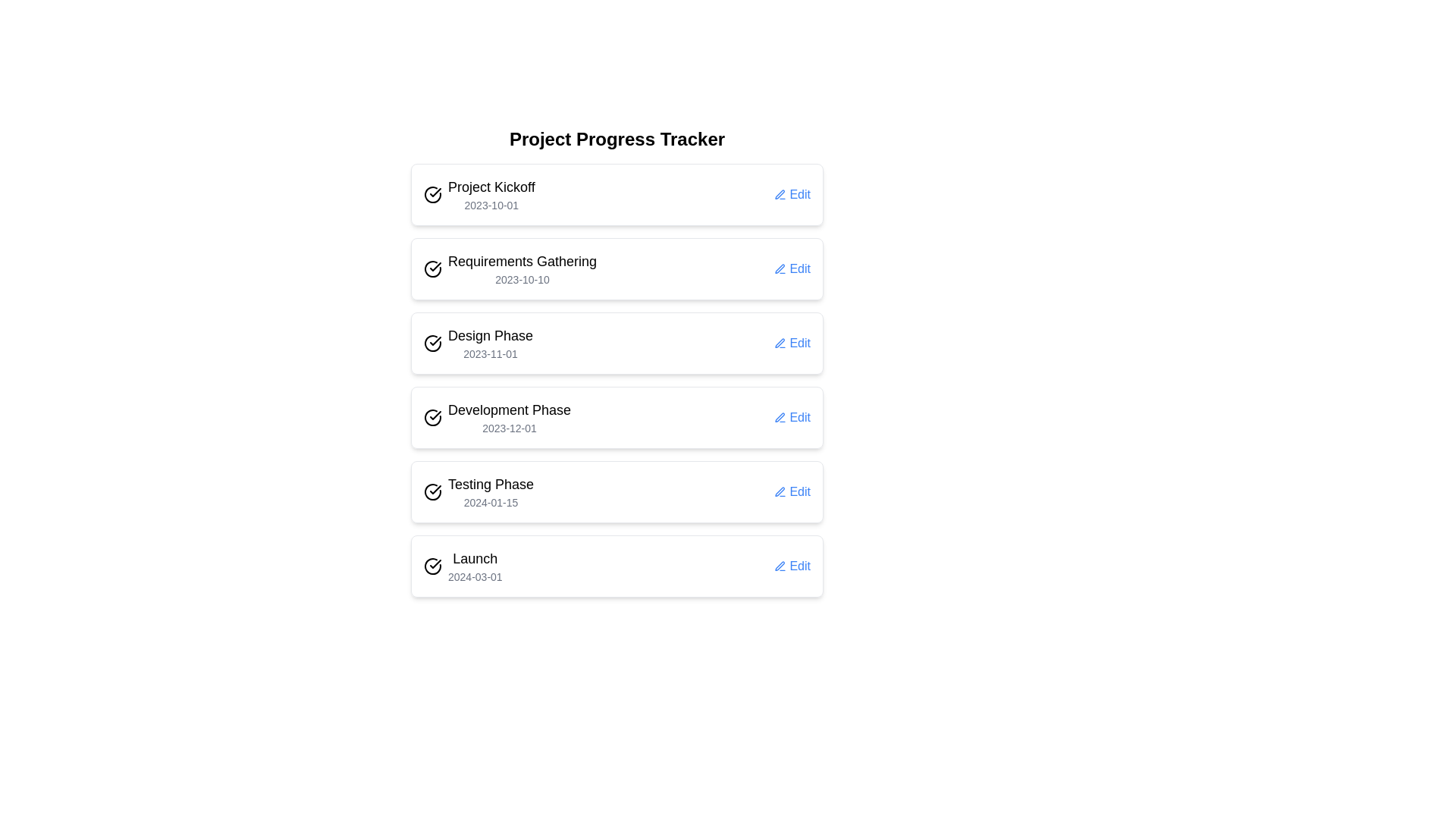 The height and width of the screenshot is (819, 1456). Describe the element at coordinates (792, 268) in the screenshot. I see `the edit button for the 'Requirements Gathering' entry` at that location.